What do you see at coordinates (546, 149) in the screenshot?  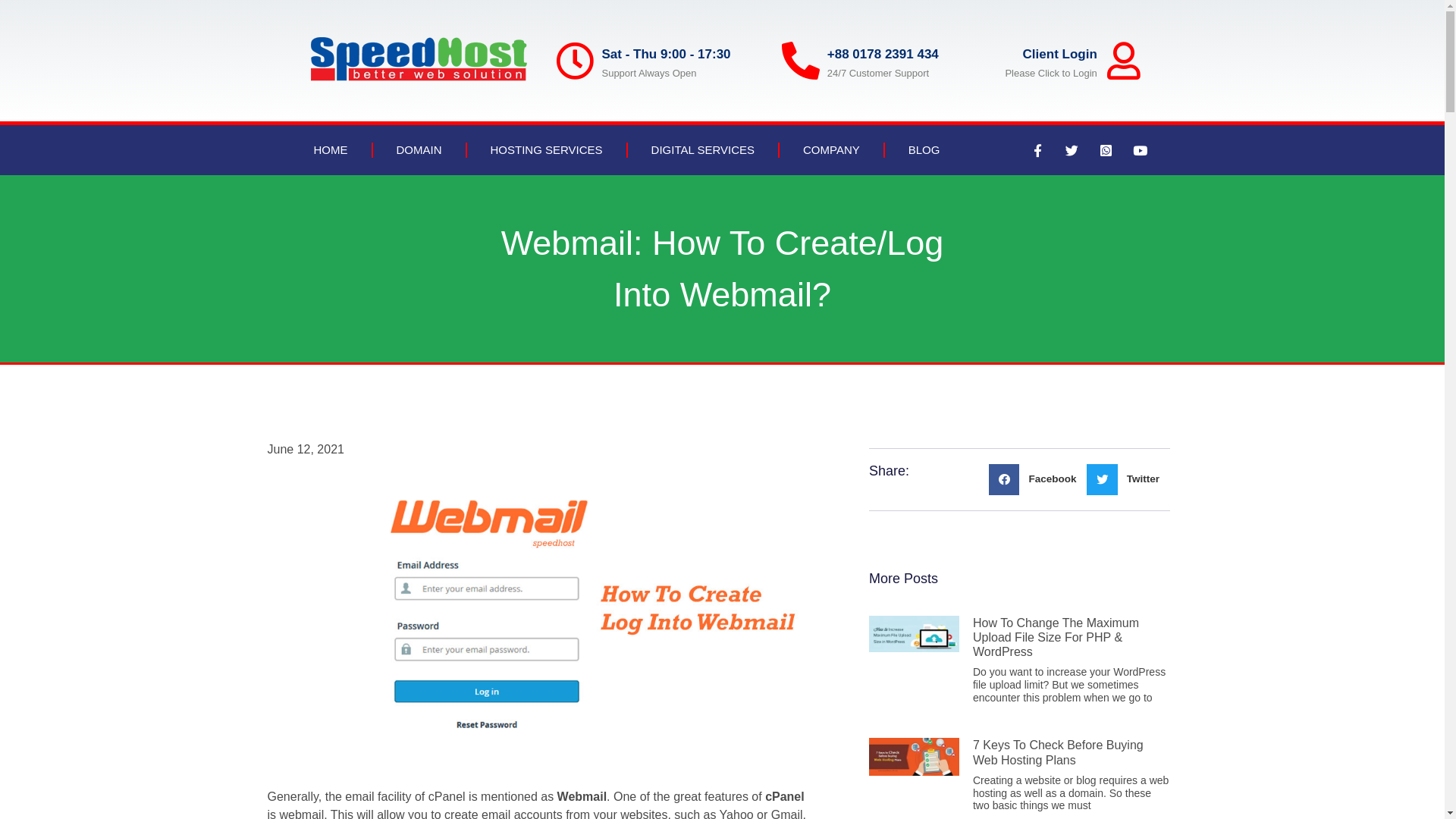 I see `'HOSTING SERVICES'` at bounding box center [546, 149].